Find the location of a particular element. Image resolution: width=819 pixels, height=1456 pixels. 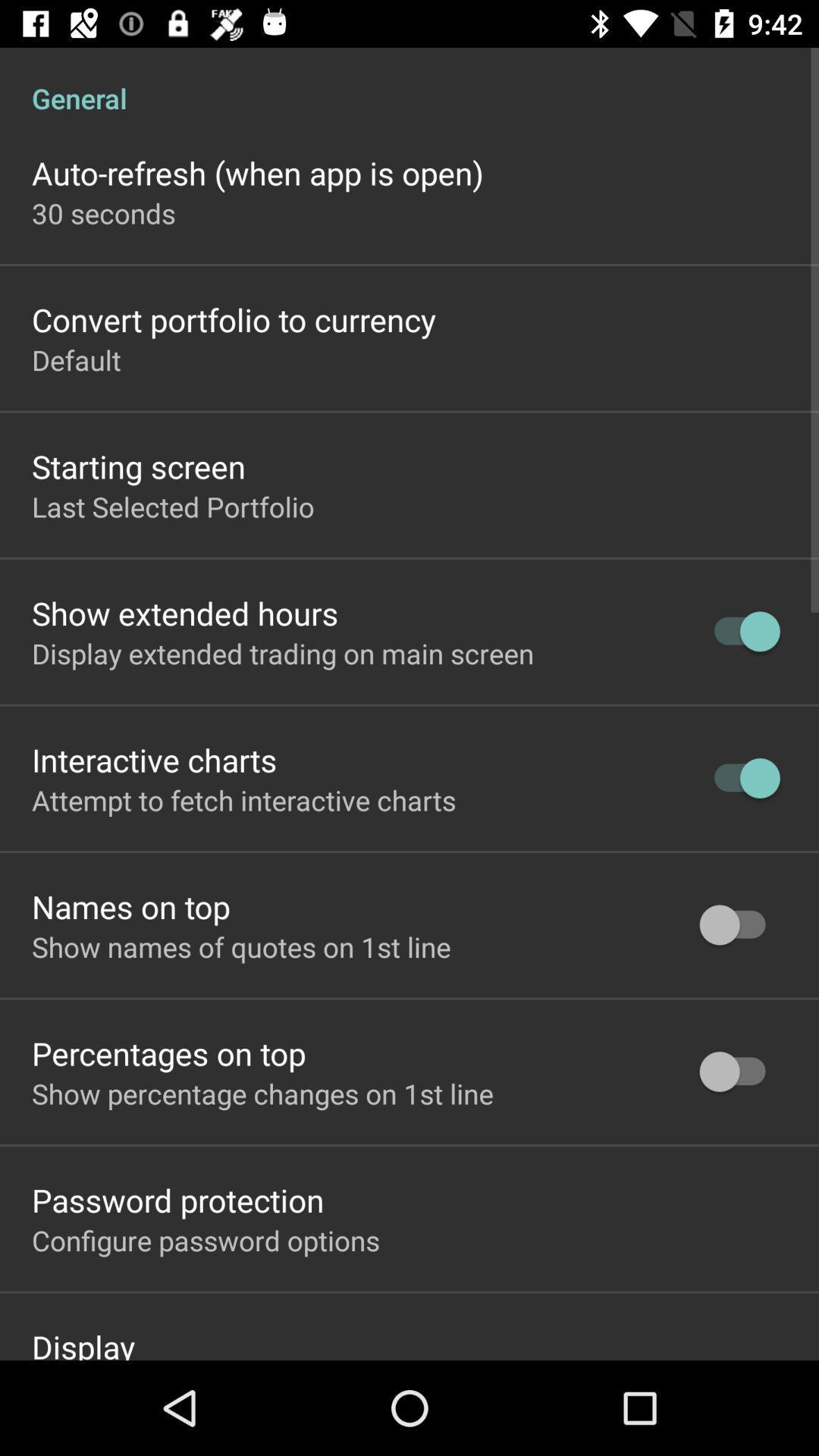

the item above 30 seconds item is located at coordinates (256, 173).